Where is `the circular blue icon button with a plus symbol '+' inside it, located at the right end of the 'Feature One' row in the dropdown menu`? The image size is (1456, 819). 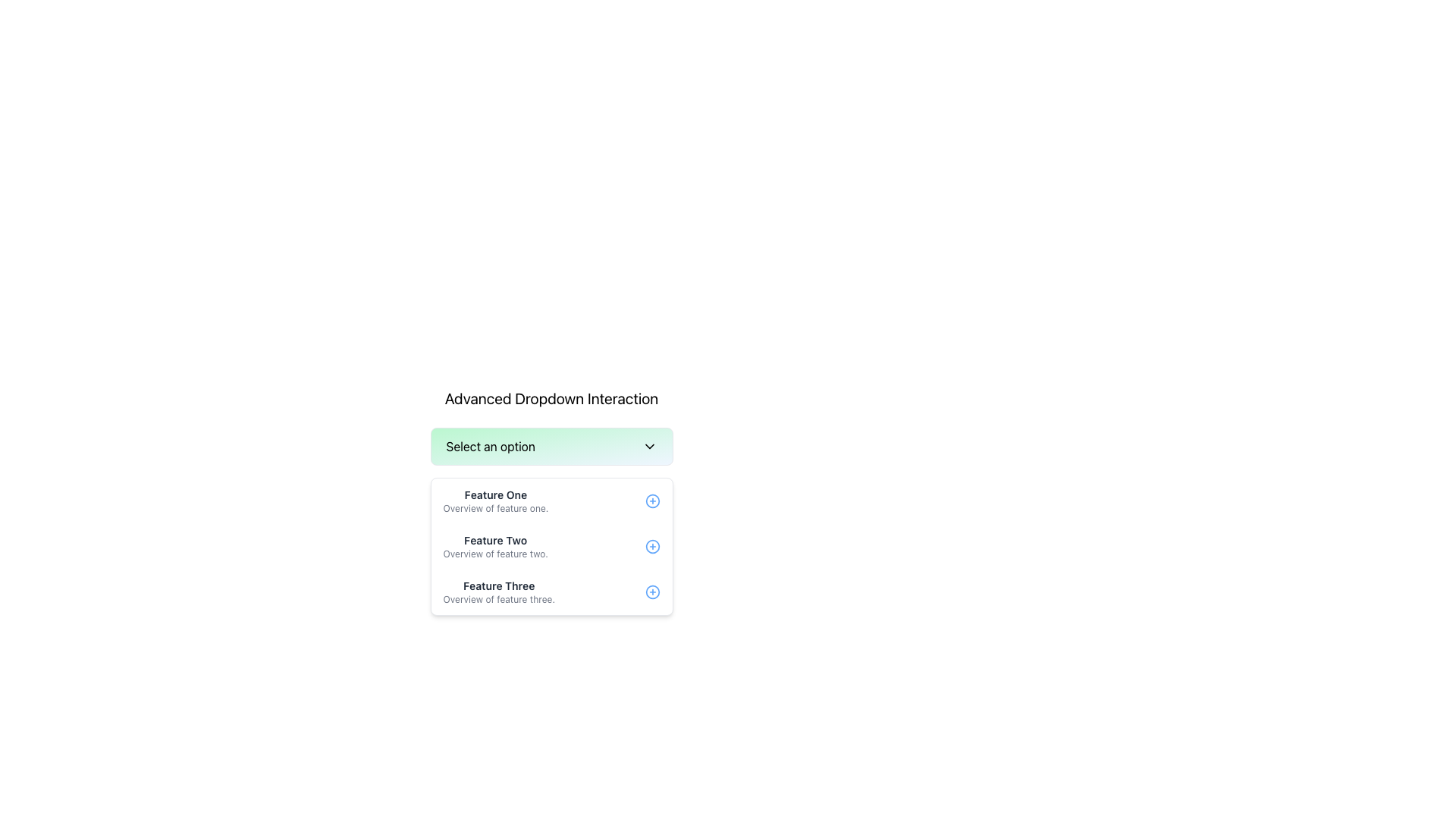
the circular blue icon button with a plus symbol '+' inside it, located at the right end of the 'Feature One' row in the dropdown menu is located at coordinates (652, 500).